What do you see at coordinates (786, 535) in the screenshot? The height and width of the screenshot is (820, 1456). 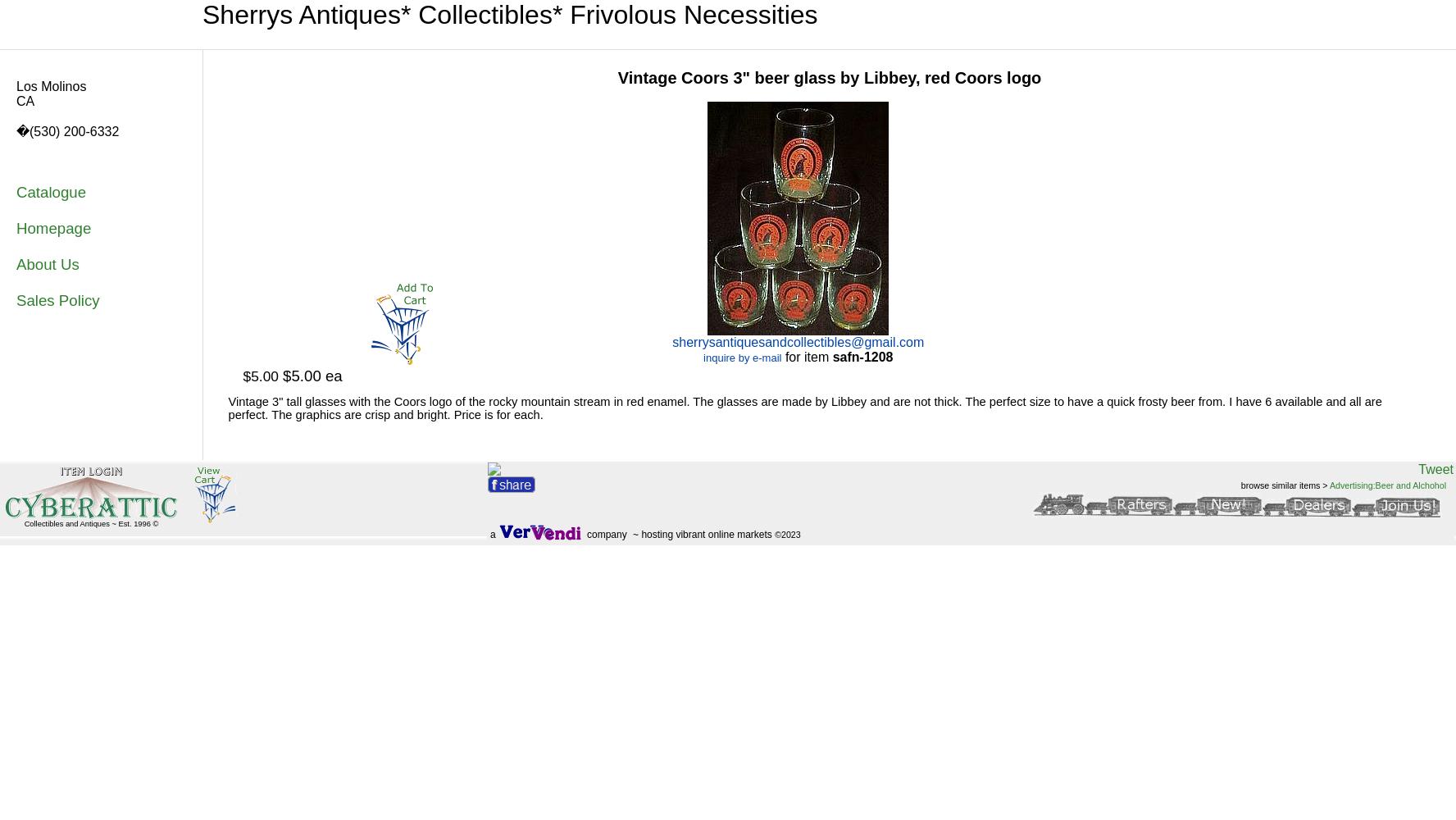 I see `'©2023'` at bounding box center [786, 535].